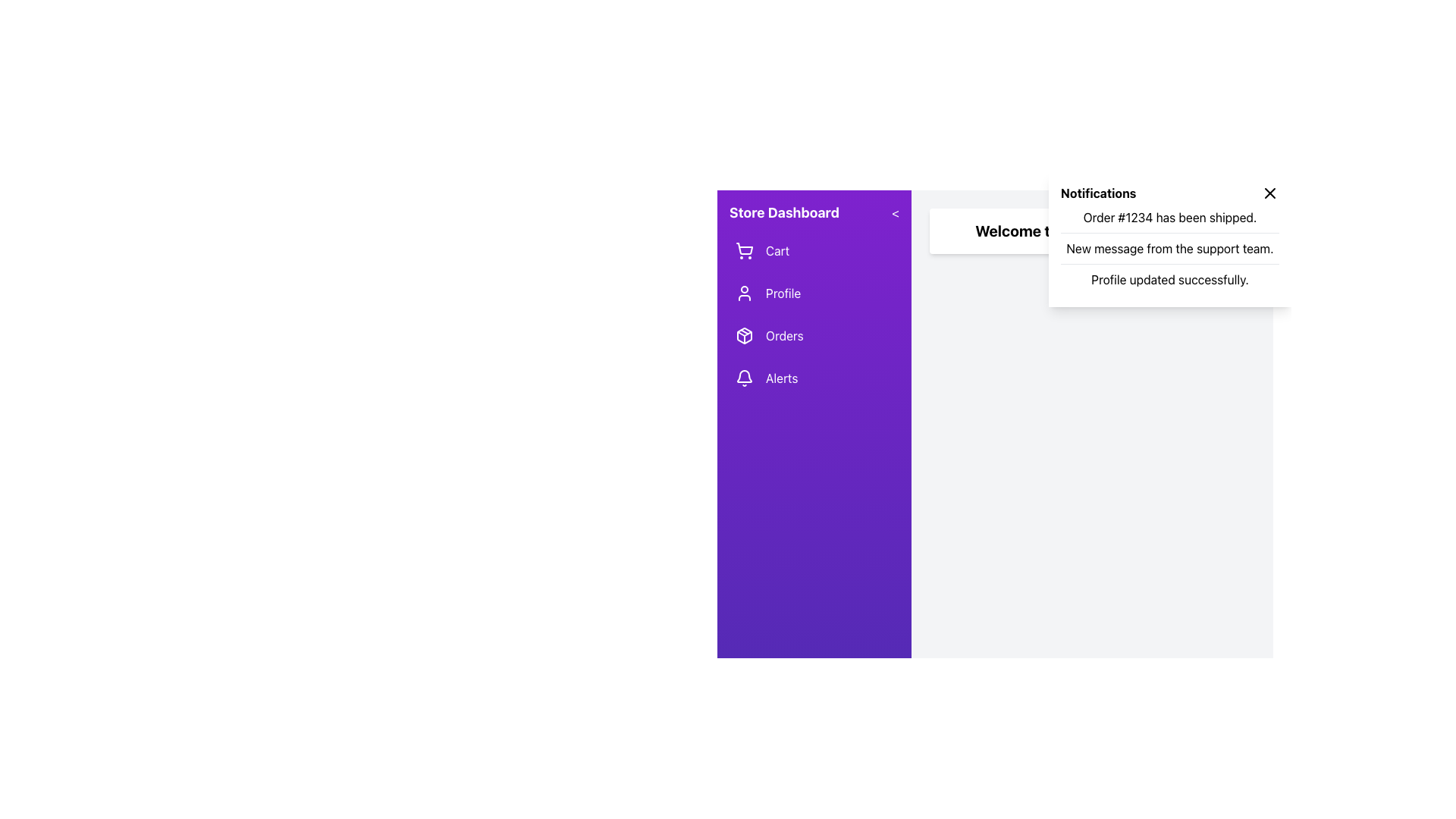 This screenshot has height=819, width=1456. I want to click on the bell notification icon located at the bottom of the vertical side menu, so click(745, 375).